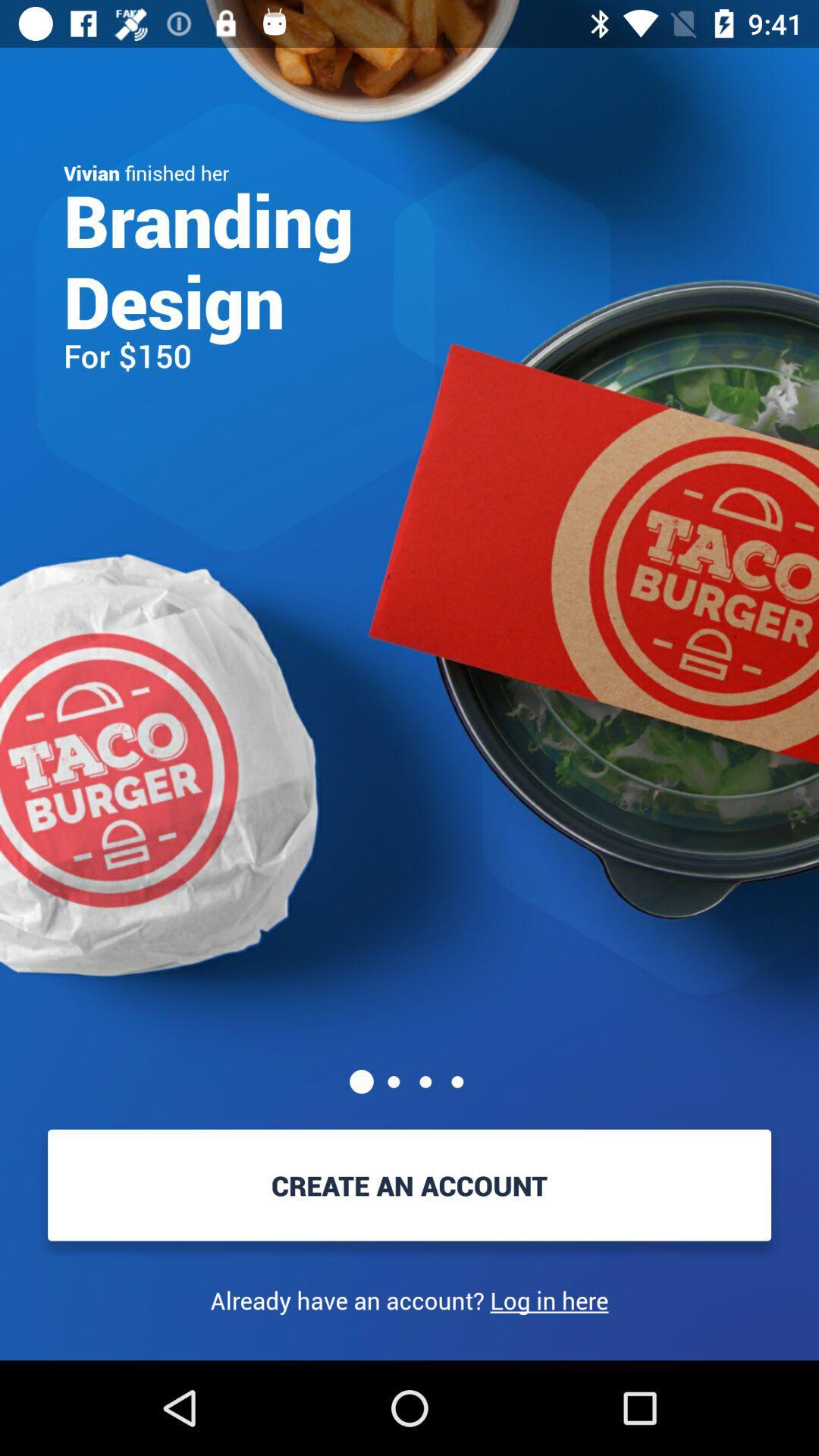 The image size is (819, 1456). I want to click on the item below create an account item, so click(409, 1300).